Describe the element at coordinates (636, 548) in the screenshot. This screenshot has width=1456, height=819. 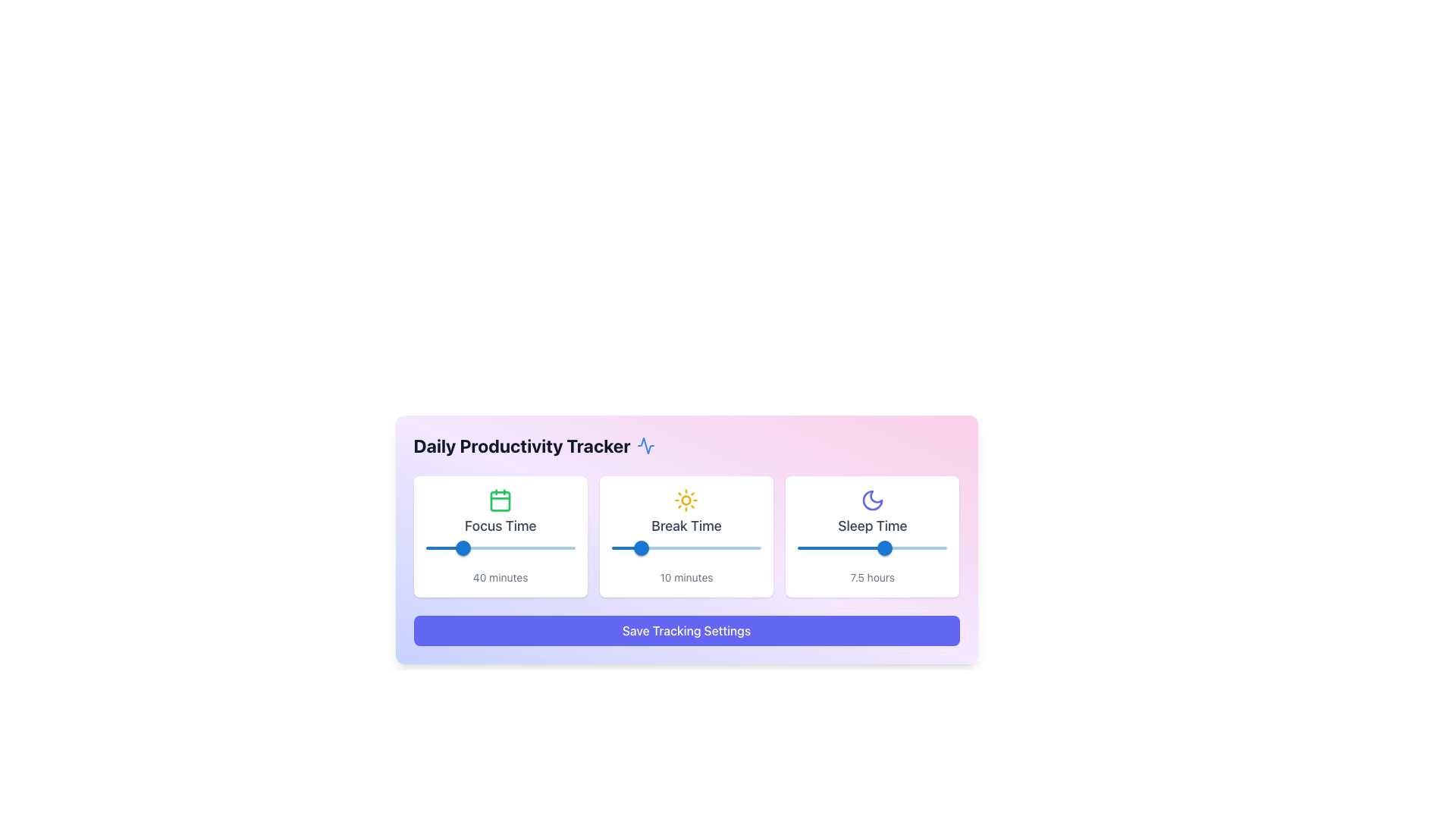
I see `break time` at that location.